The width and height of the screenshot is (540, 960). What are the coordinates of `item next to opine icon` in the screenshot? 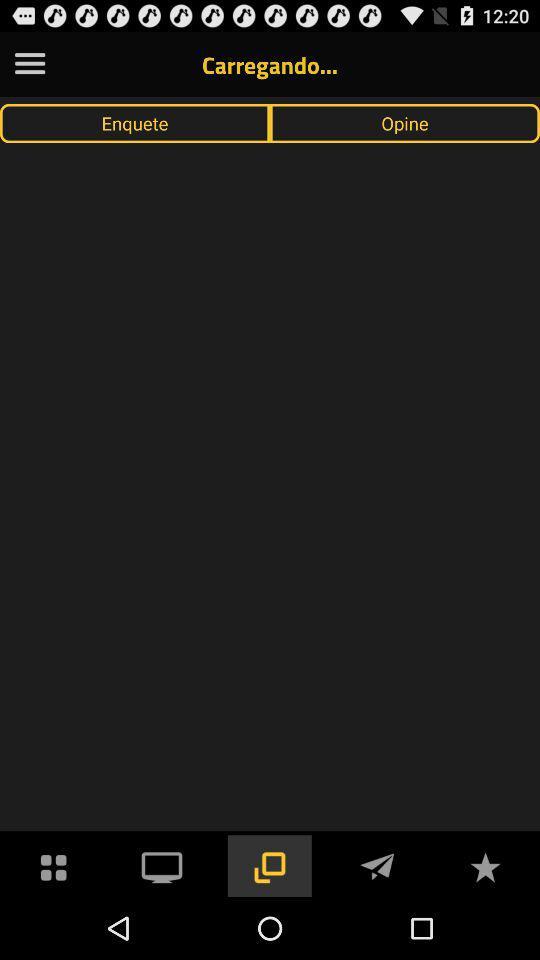 It's located at (135, 122).